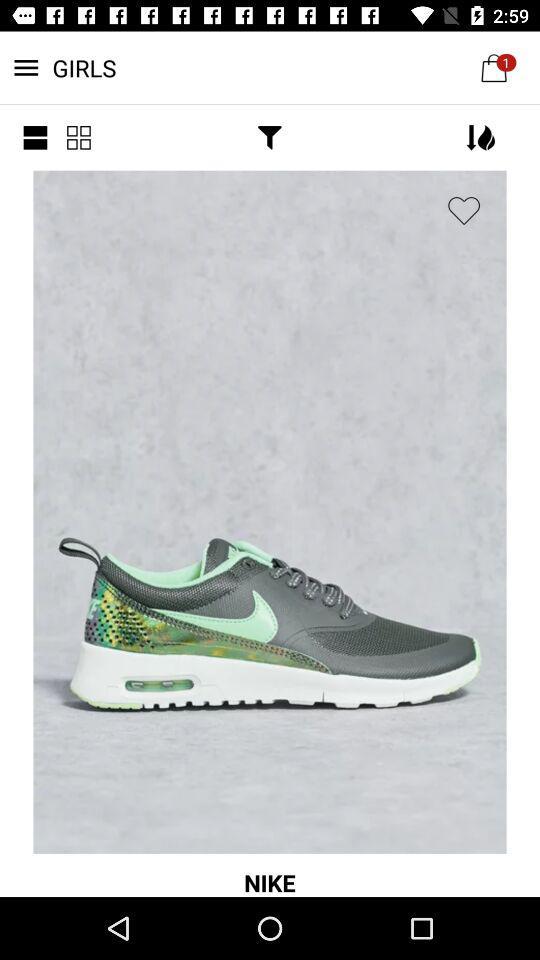 This screenshot has height=960, width=540. I want to click on the first icon from left in the row shown below girls, so click(35, 136).